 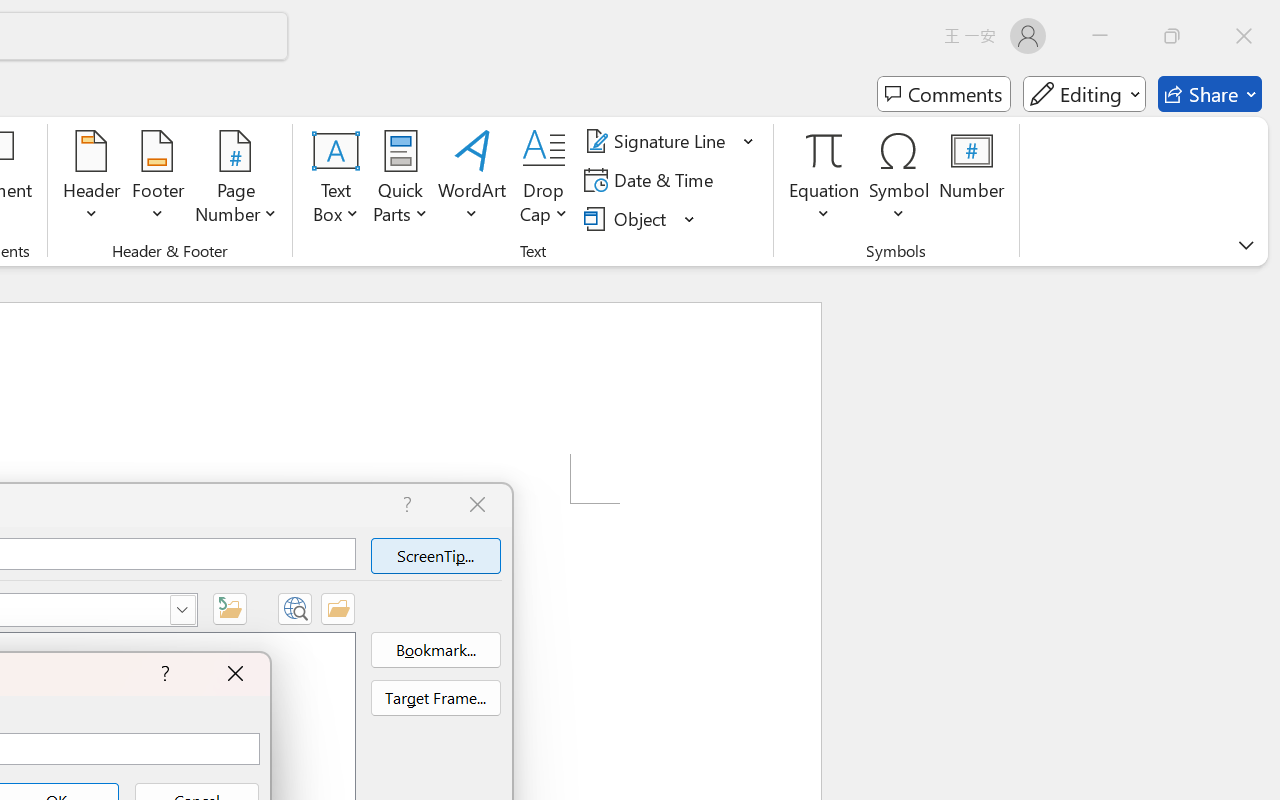 What do you see at coordinates (471, 179) in the screenshot?
I see `'WordArt'` at bounding box center [471, 179].